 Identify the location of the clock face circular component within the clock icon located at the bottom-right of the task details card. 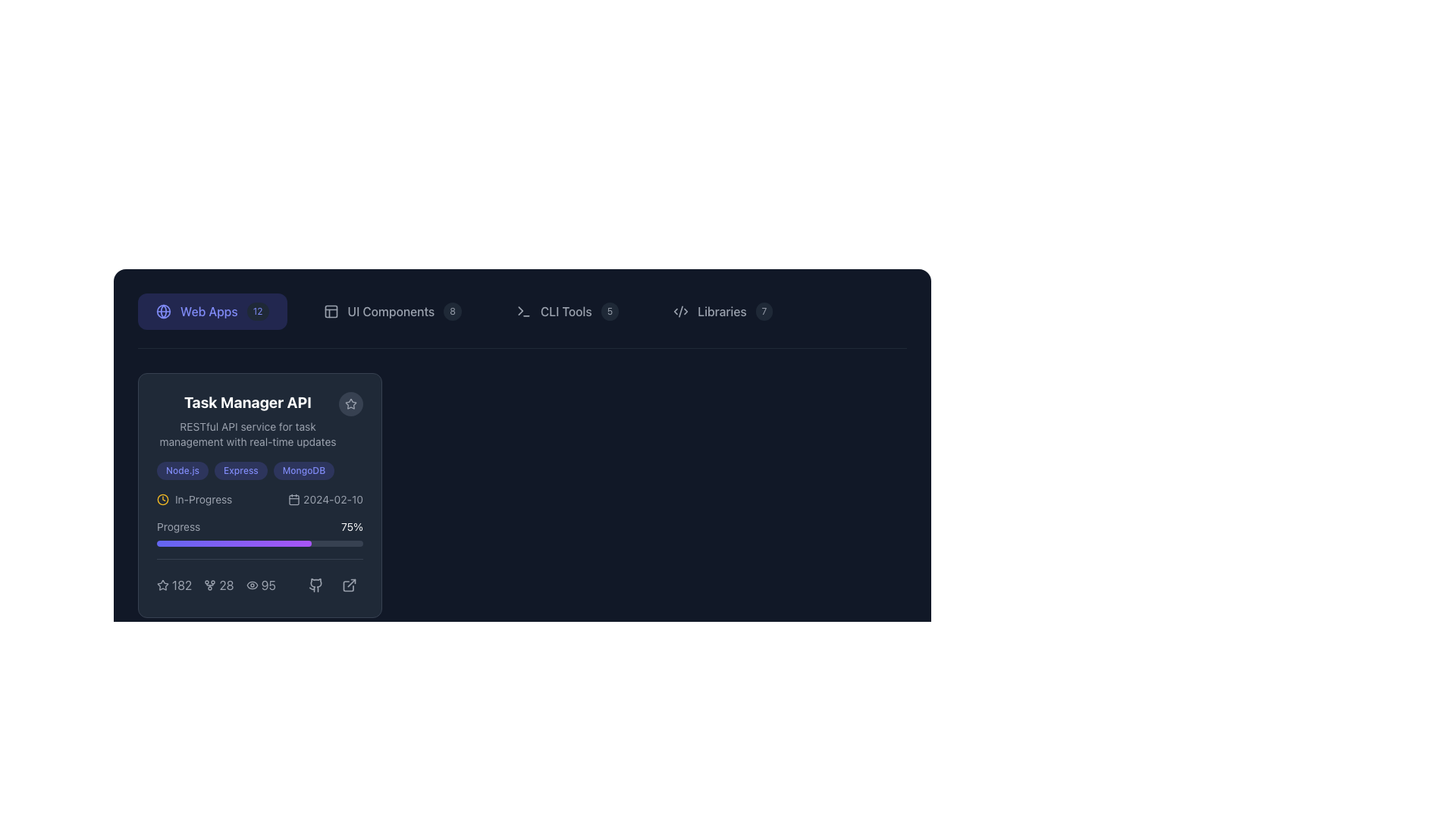
(163, 500).